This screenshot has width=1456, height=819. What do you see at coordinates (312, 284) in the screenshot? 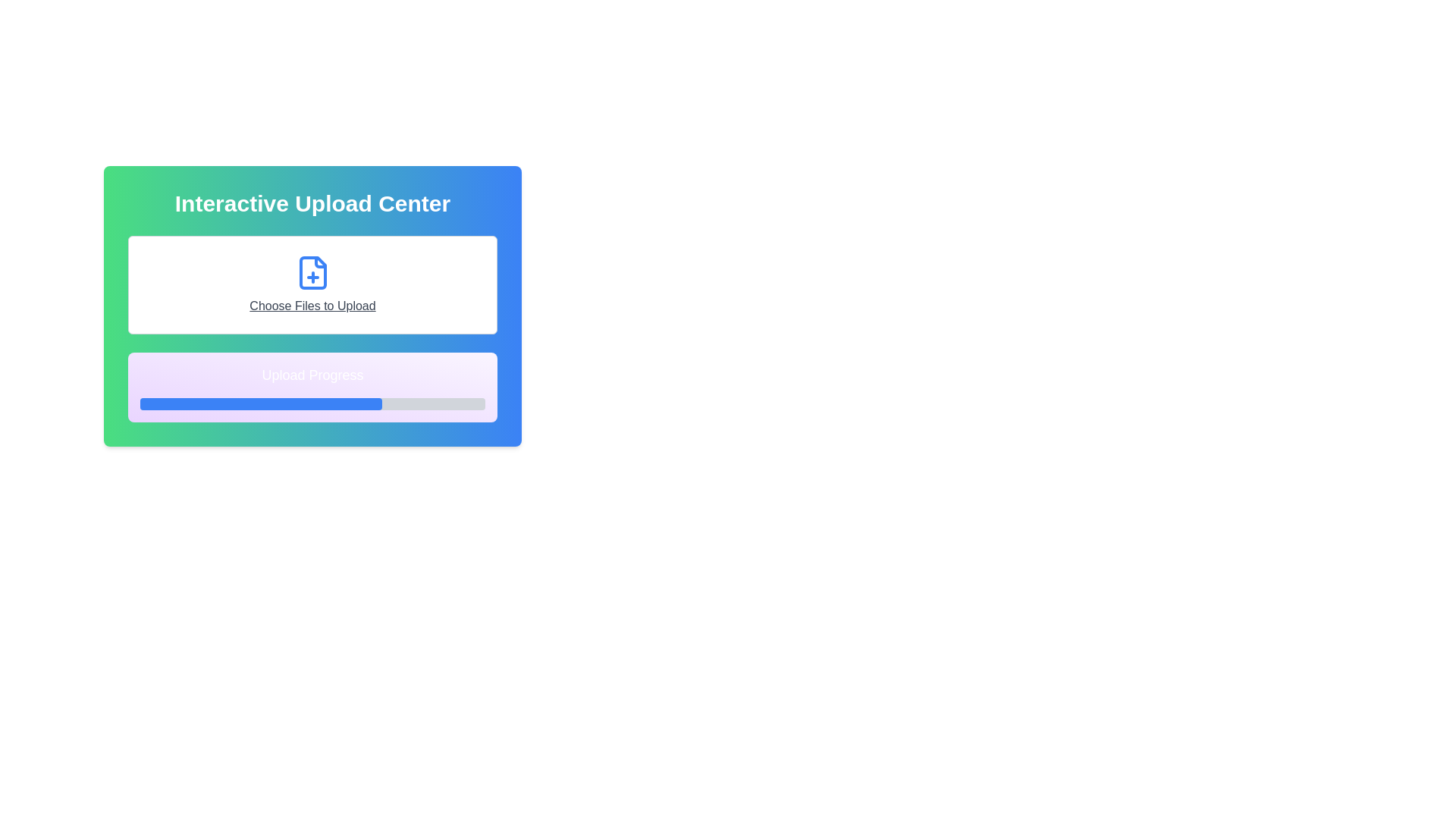
I see `the centered file-upload button with a blue file icon and the text 'Choose Files to Upload' underneath` at bounding box center [312, 284].